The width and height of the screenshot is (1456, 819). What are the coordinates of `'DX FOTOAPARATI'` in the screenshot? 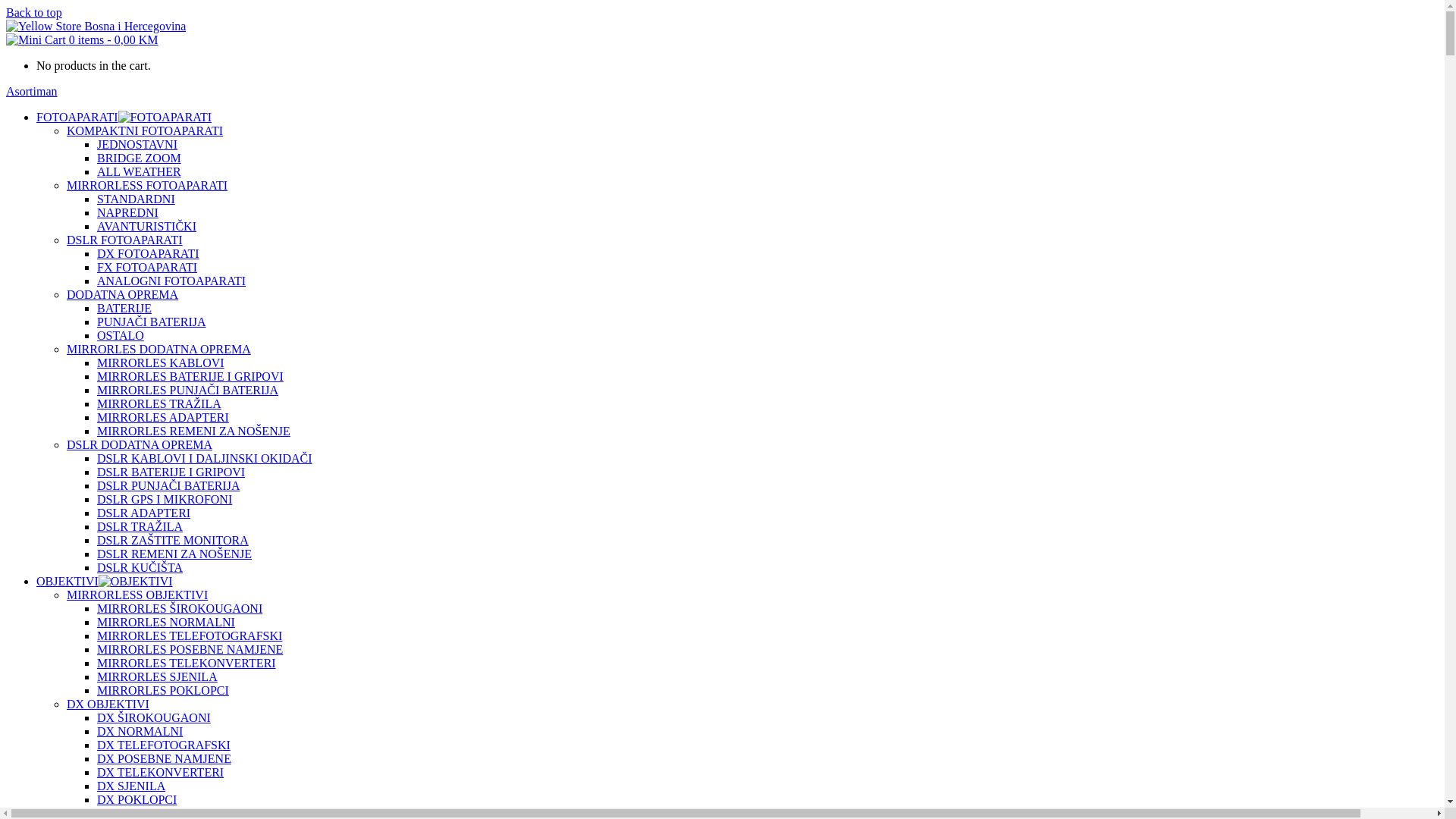 It's located at (148, 253).